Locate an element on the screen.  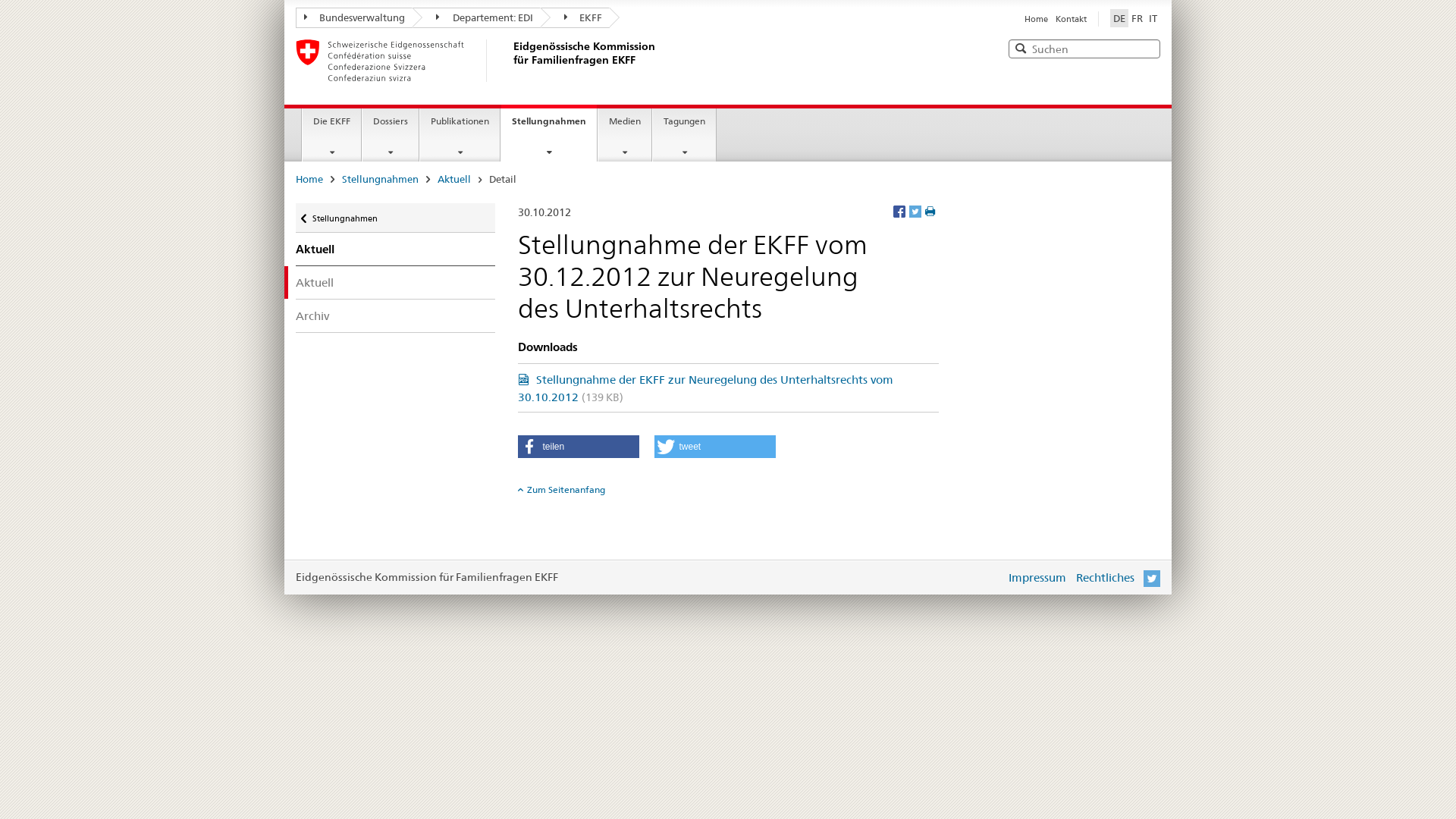
'tweet' is located at coordinates (713, 446).